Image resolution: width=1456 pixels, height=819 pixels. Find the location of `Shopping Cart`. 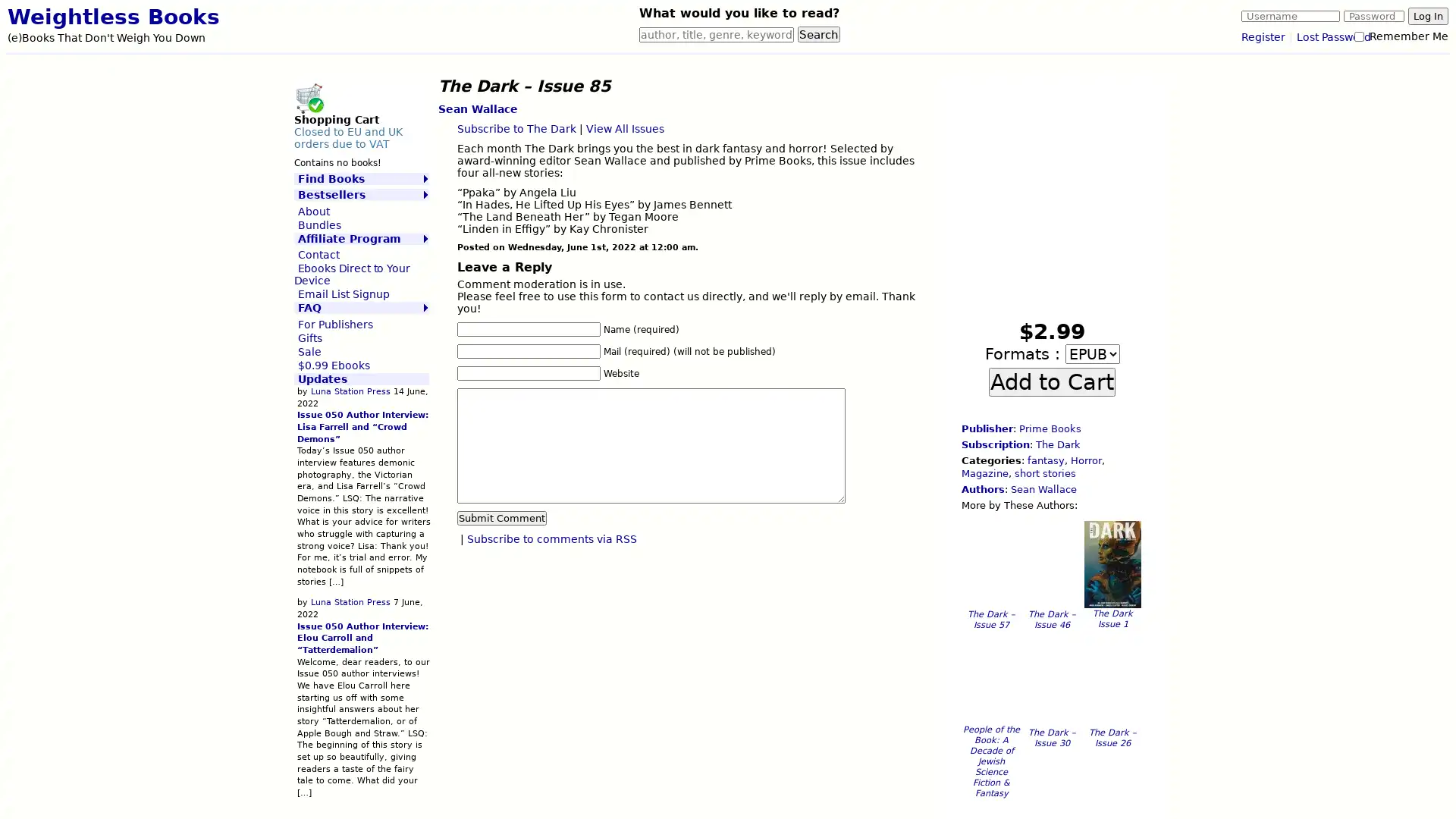

Shopping Cart is located at coordinates (308, 97).